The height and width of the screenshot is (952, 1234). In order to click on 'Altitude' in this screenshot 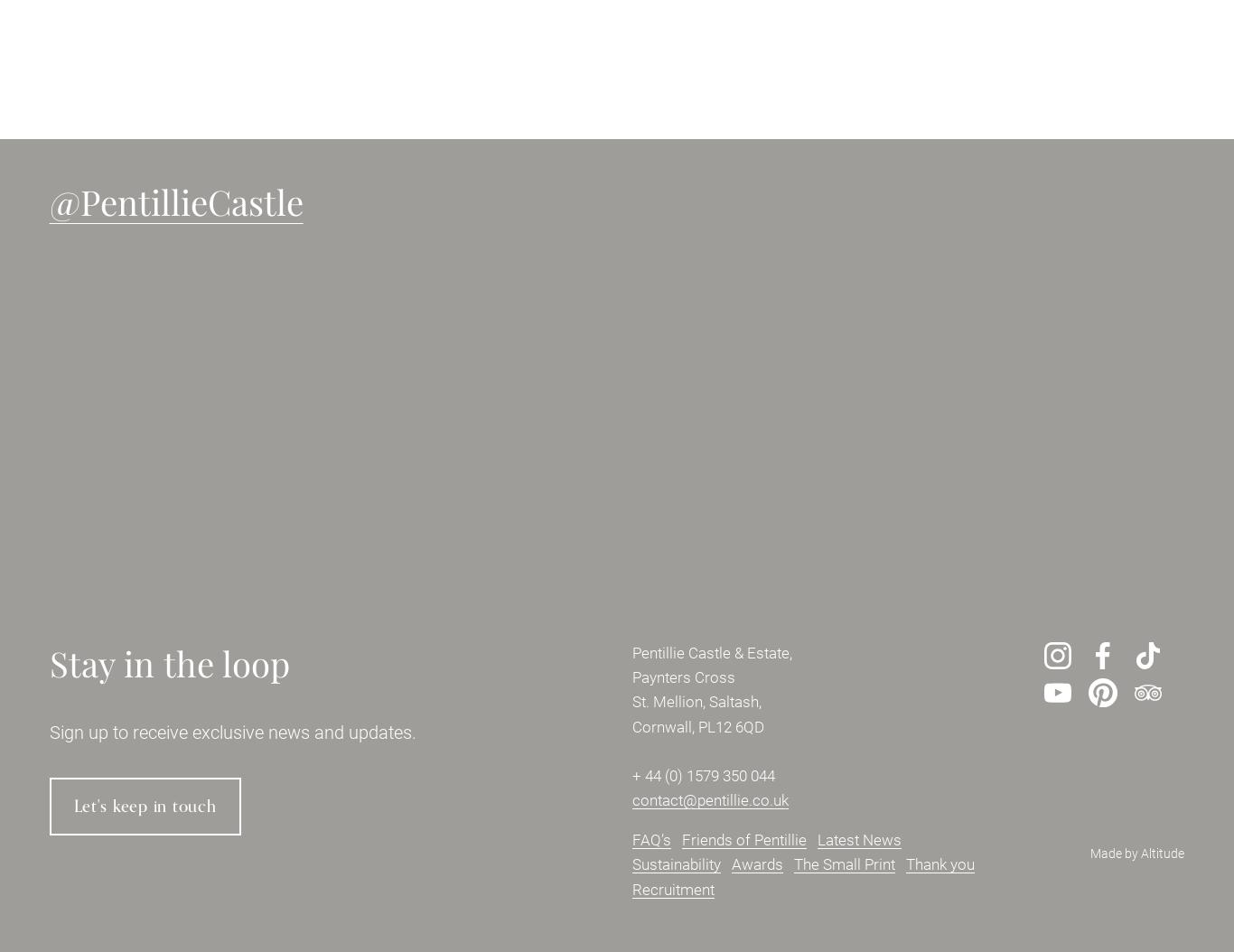, I will do `click(1162, 853)`.